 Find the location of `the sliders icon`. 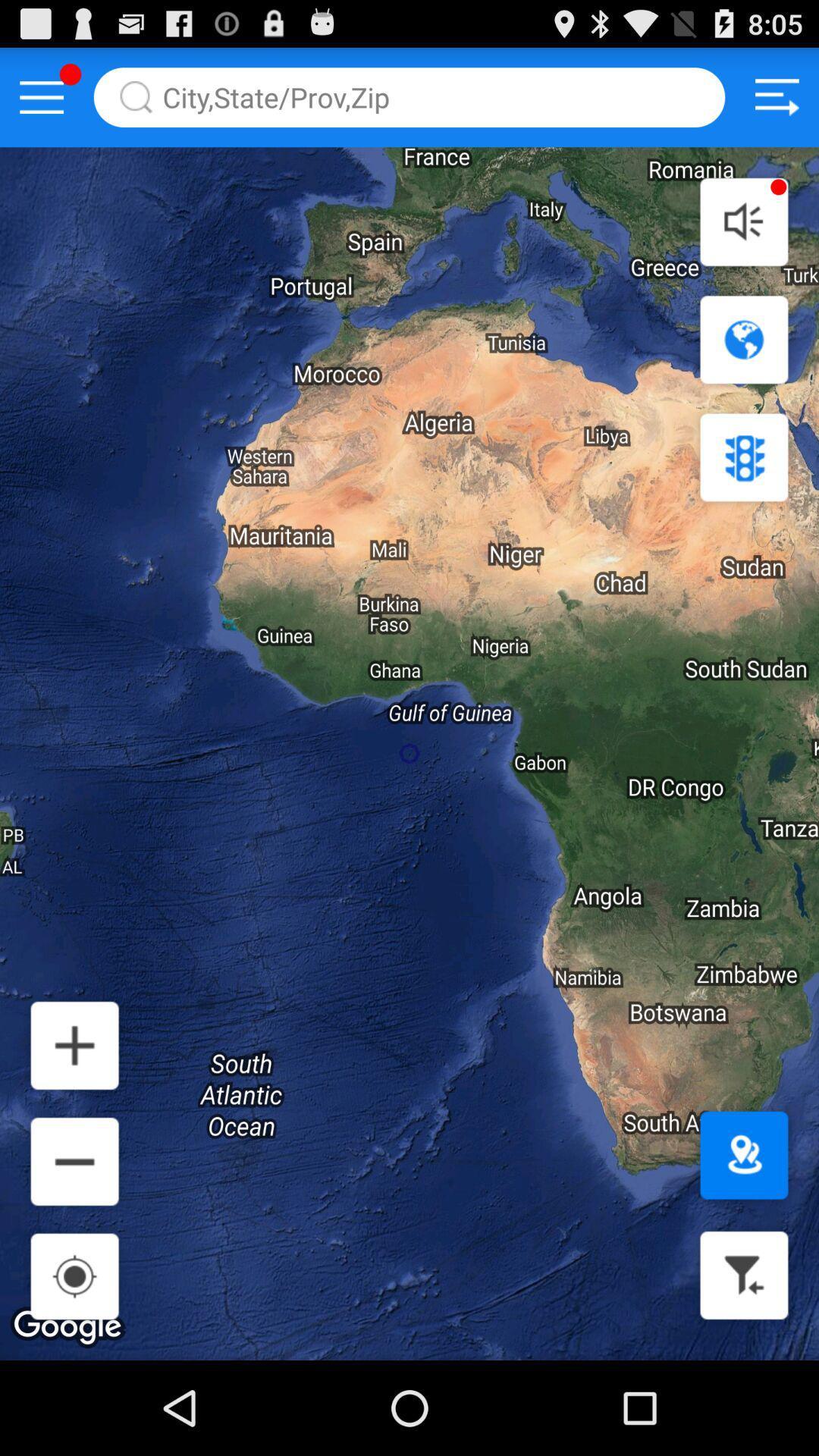

the sliders icon is located at coordinates (777, 103).